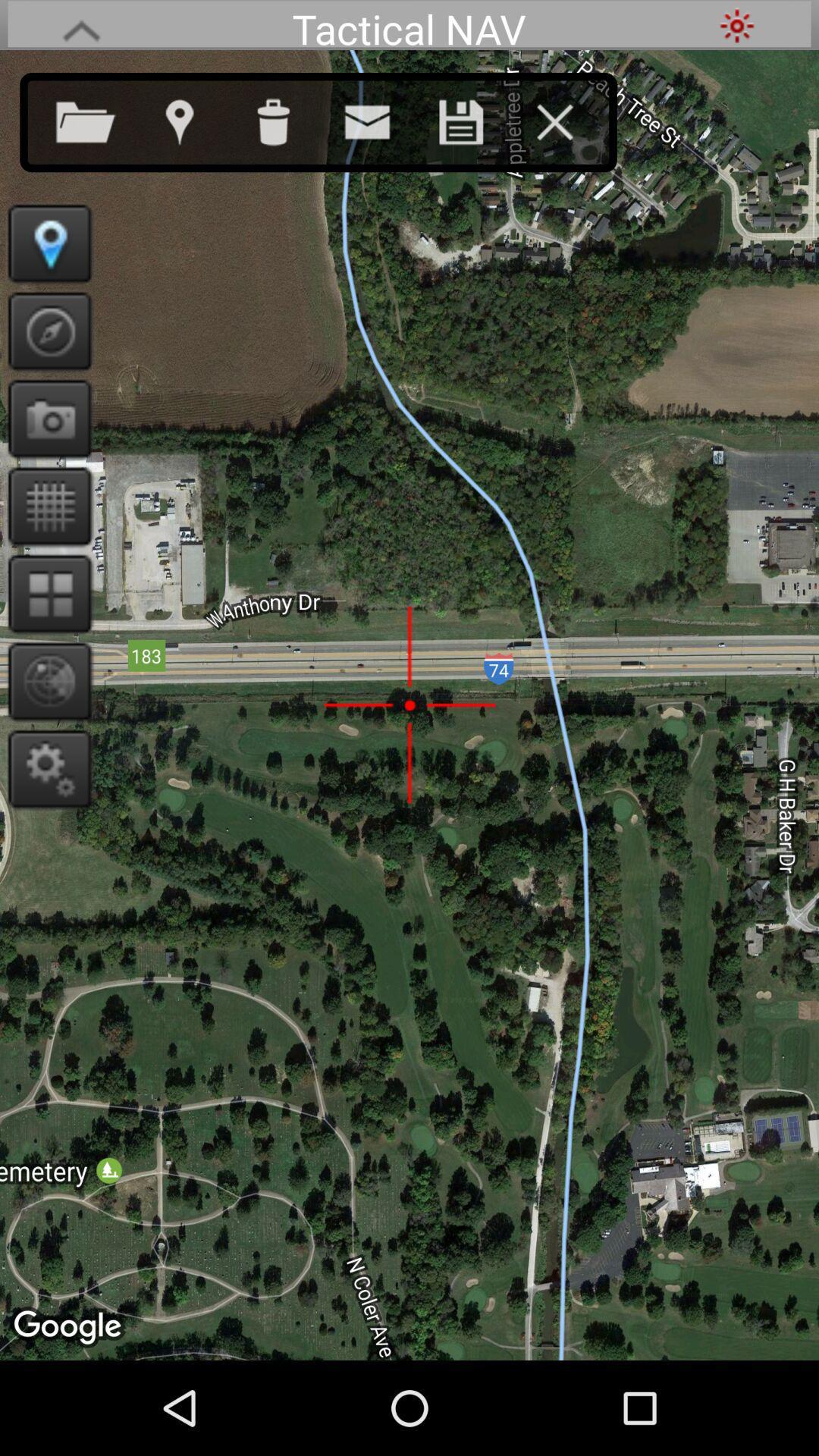 The height and width of the screenshot is (1456, 819). Describe the element at coordinates (44, 635) in the screenshot. I see `the dashboard icon` at that location.